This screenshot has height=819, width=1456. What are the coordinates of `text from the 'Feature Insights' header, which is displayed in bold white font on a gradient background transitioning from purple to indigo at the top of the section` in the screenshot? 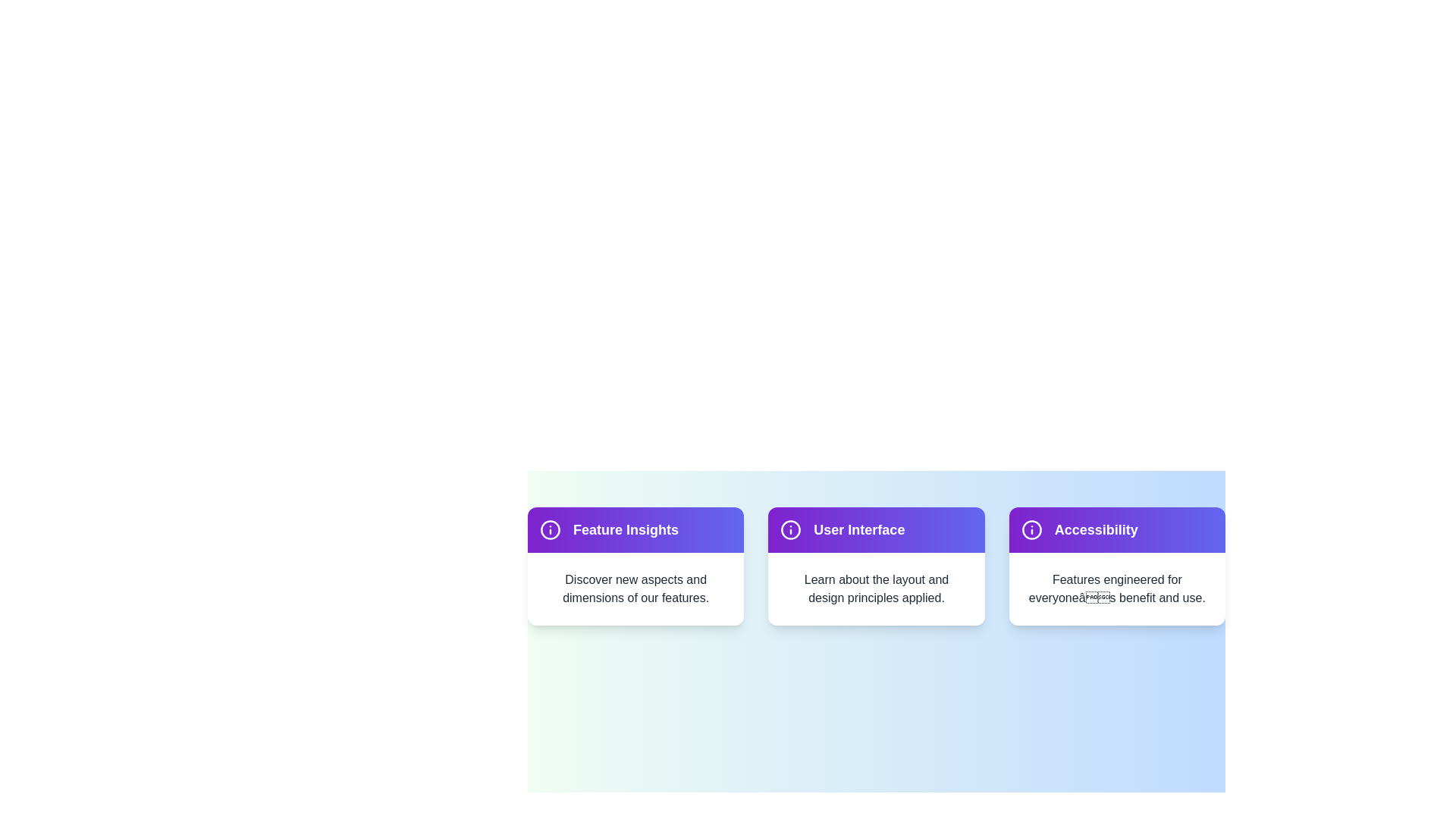 It's located at (635, 529).